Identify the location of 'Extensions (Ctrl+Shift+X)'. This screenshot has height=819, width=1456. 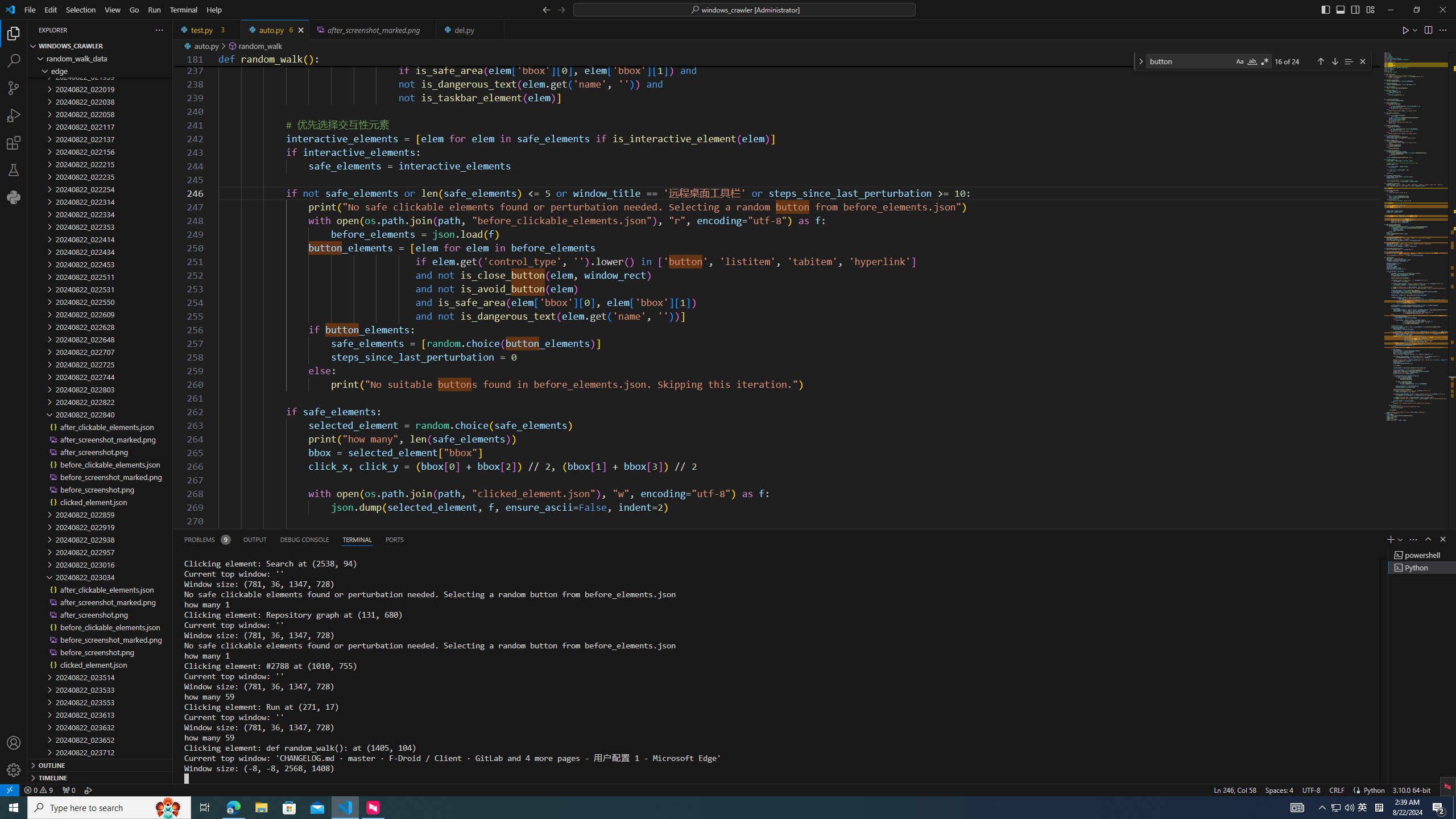
(14, 142).